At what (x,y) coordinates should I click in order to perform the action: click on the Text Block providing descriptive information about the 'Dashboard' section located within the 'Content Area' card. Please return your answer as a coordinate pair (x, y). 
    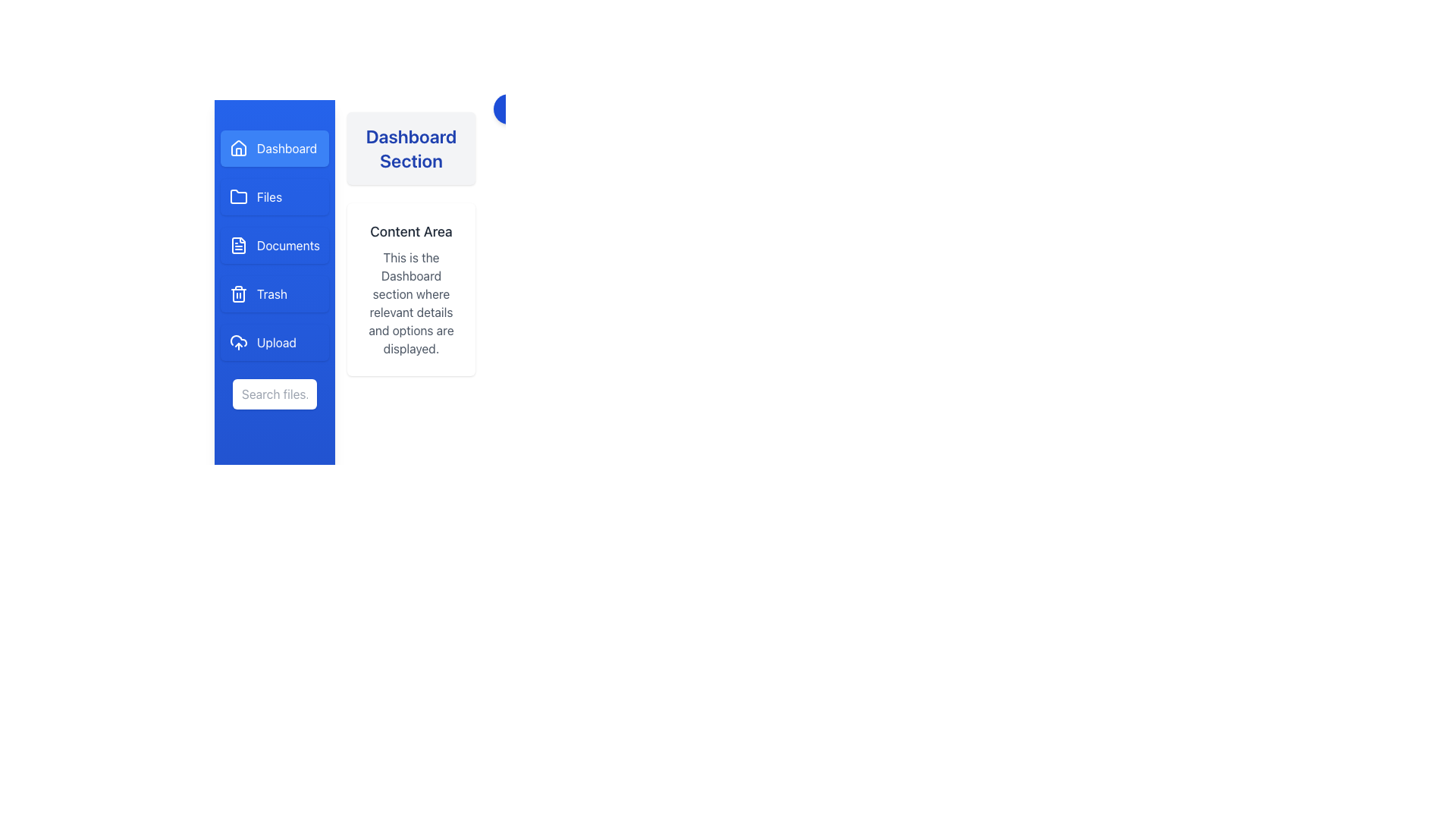
    Looking at the image, I should click on (411, 303).